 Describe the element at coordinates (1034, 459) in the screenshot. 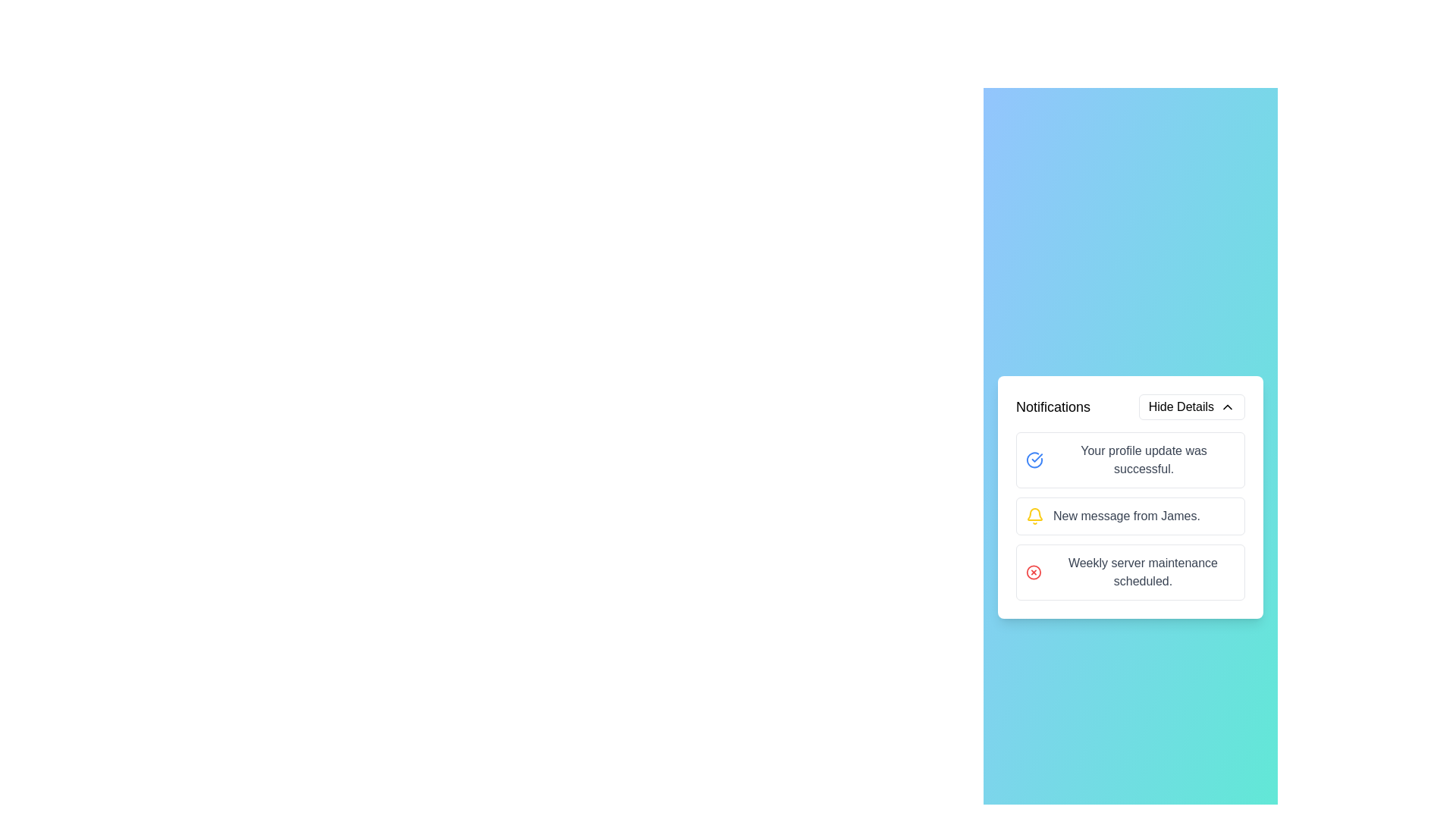

I see `significance of the success icon located to the left of the text 'Your profile update was successful.'` at that location.